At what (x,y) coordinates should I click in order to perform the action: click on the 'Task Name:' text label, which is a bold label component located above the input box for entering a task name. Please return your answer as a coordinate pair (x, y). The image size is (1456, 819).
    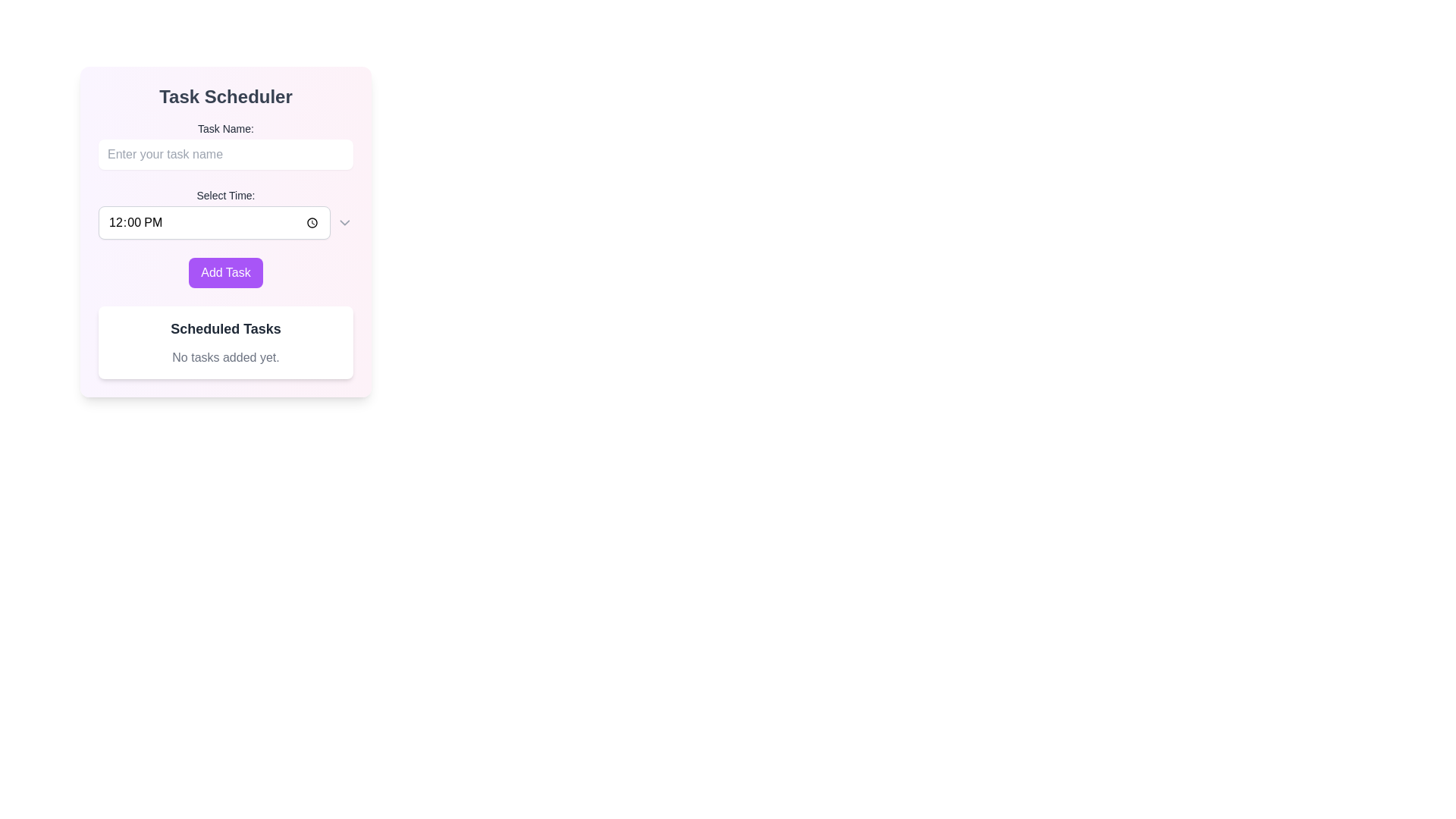
    Looking at the image, I should click on (224, 127).